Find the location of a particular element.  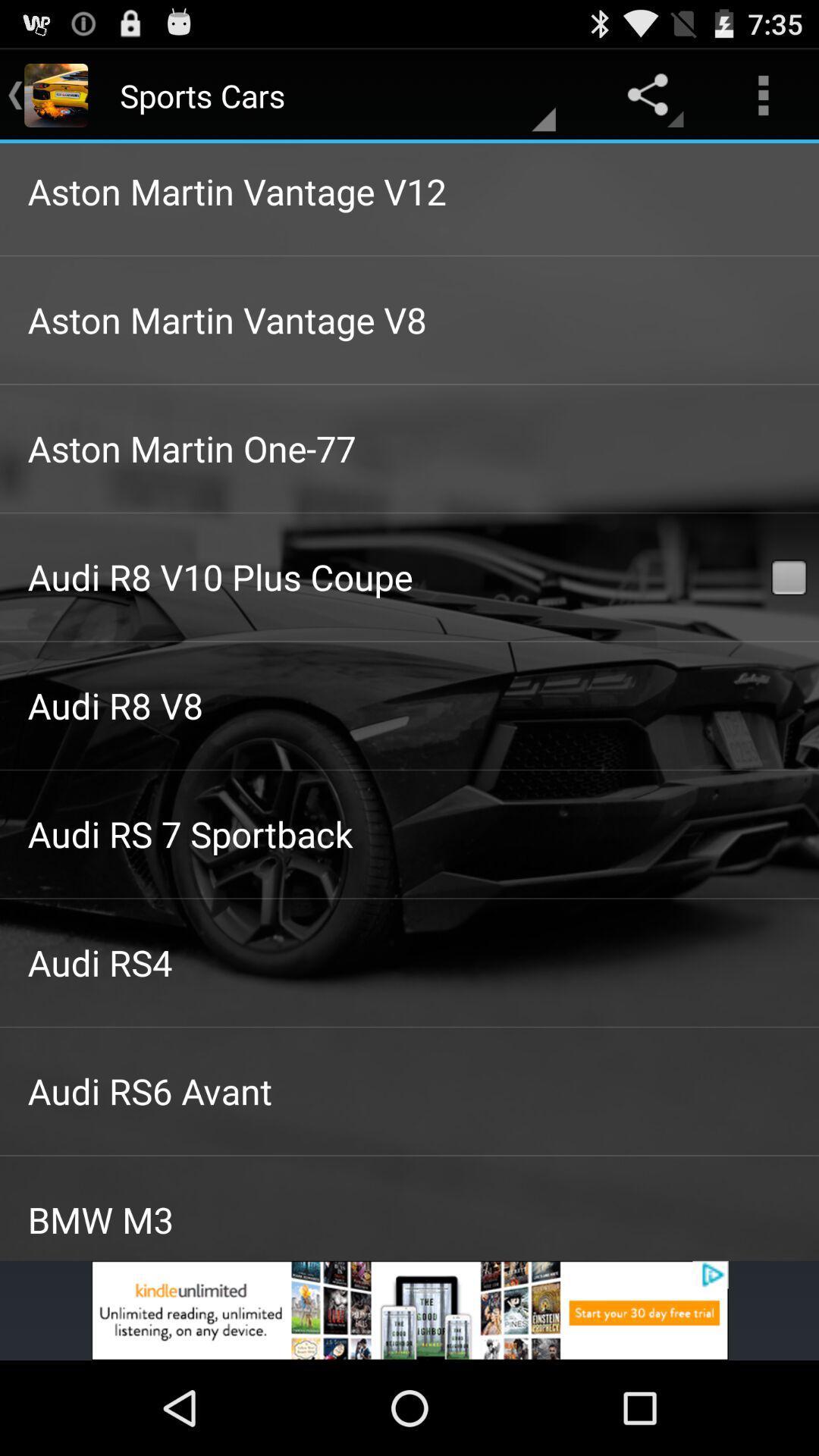

open advertisement is located at coordinates (409, 1310).